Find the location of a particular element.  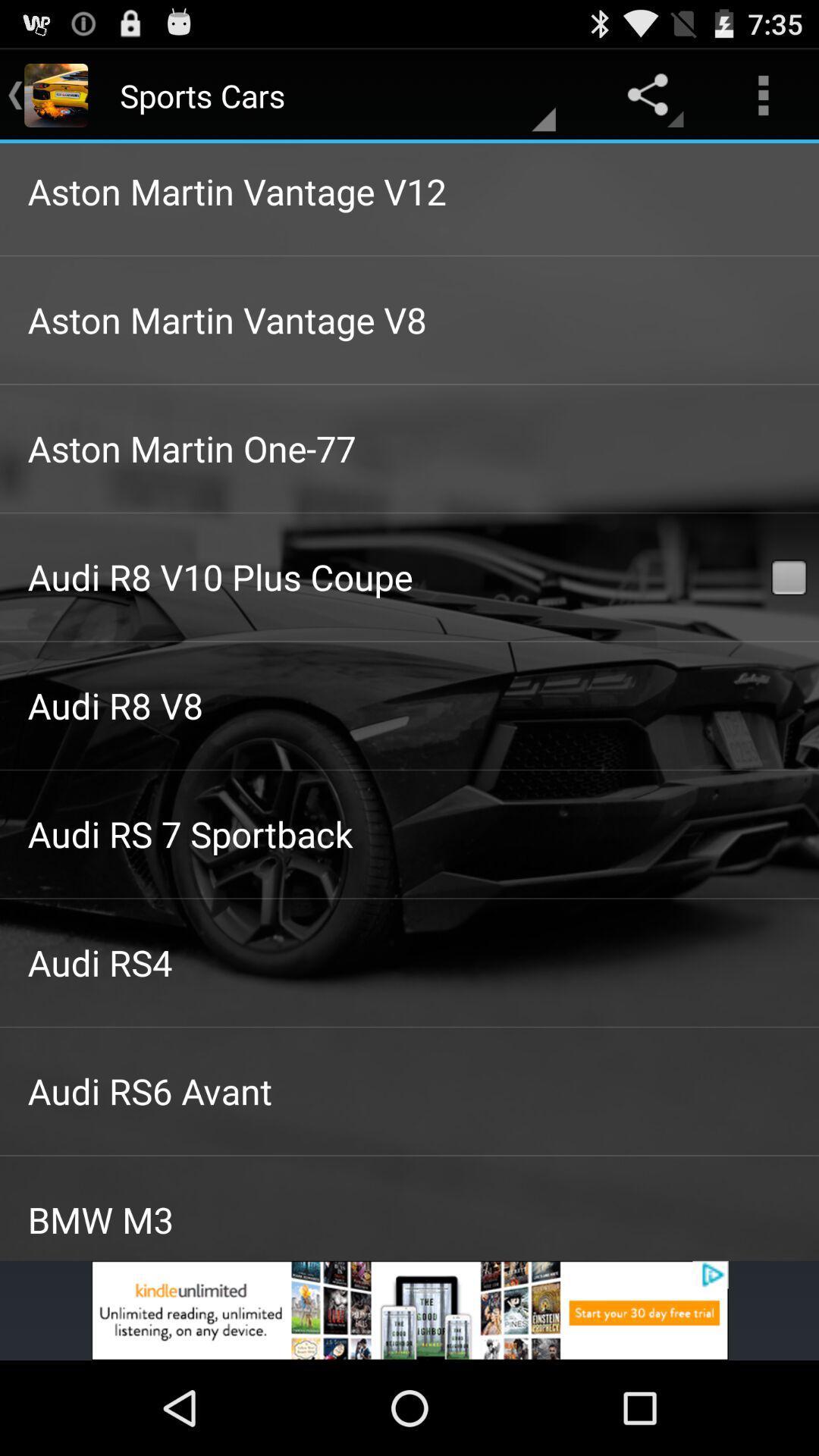

open advertisement is located at coordinates (409, 1310).